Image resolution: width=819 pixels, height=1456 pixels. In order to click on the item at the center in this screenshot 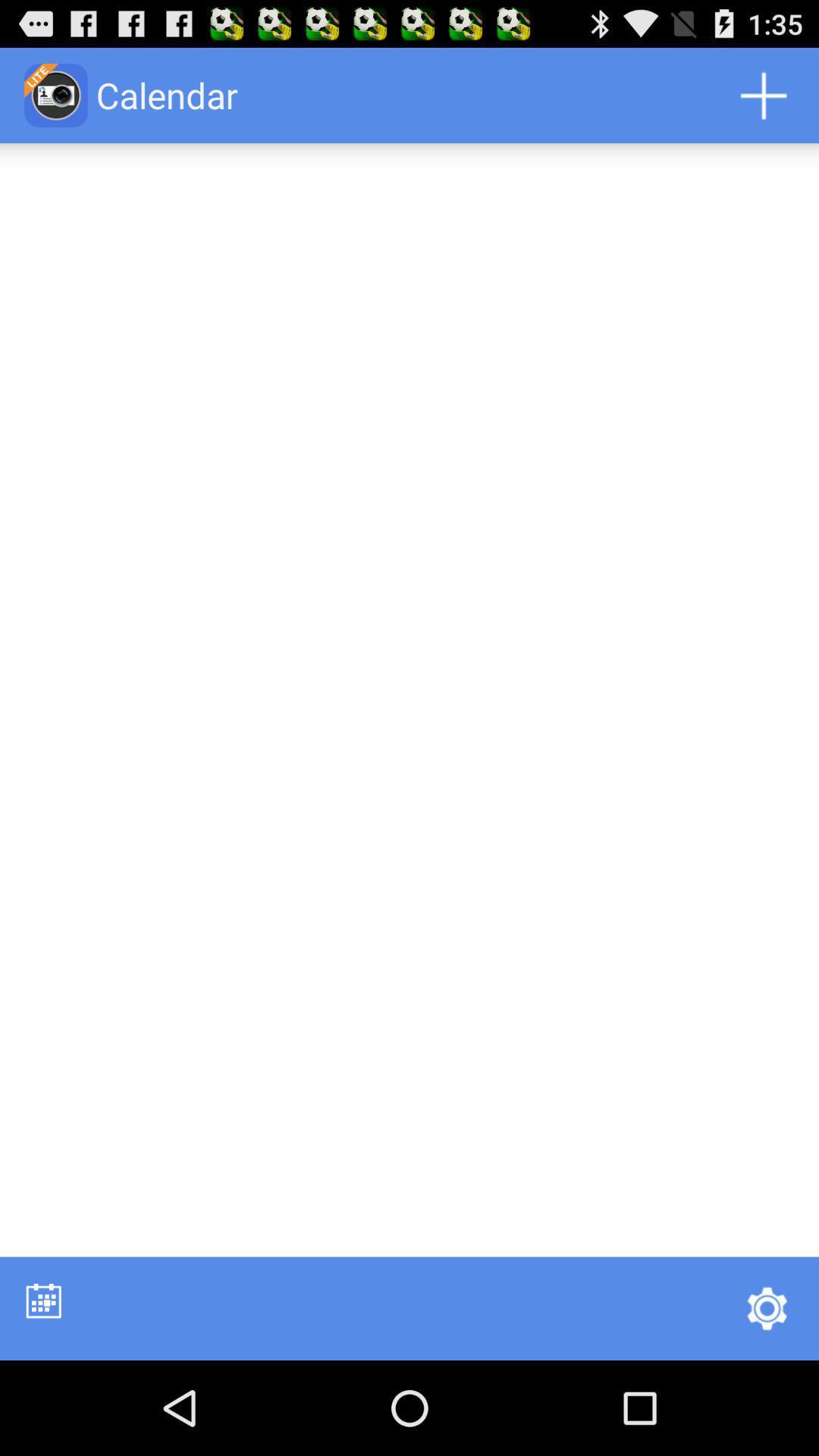, I will do `click(409, 699)`.